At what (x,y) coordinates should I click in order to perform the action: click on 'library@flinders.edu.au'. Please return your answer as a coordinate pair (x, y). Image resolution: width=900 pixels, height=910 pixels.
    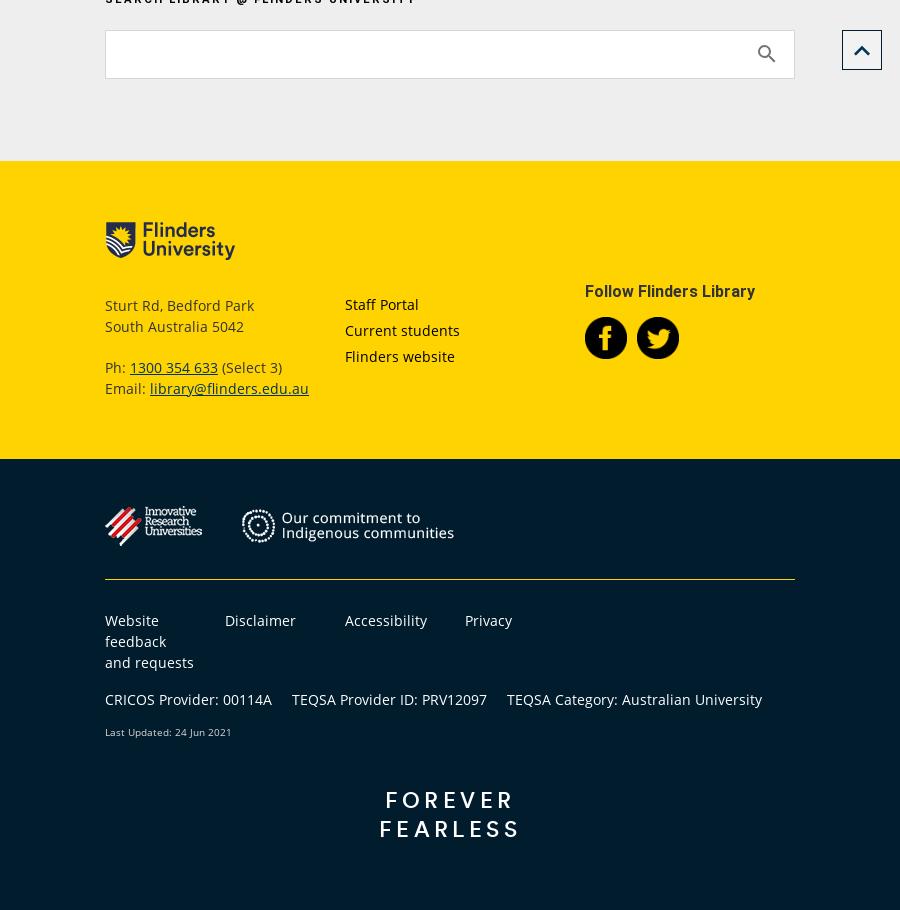
    Looking at the image, I should click on (228, 387).